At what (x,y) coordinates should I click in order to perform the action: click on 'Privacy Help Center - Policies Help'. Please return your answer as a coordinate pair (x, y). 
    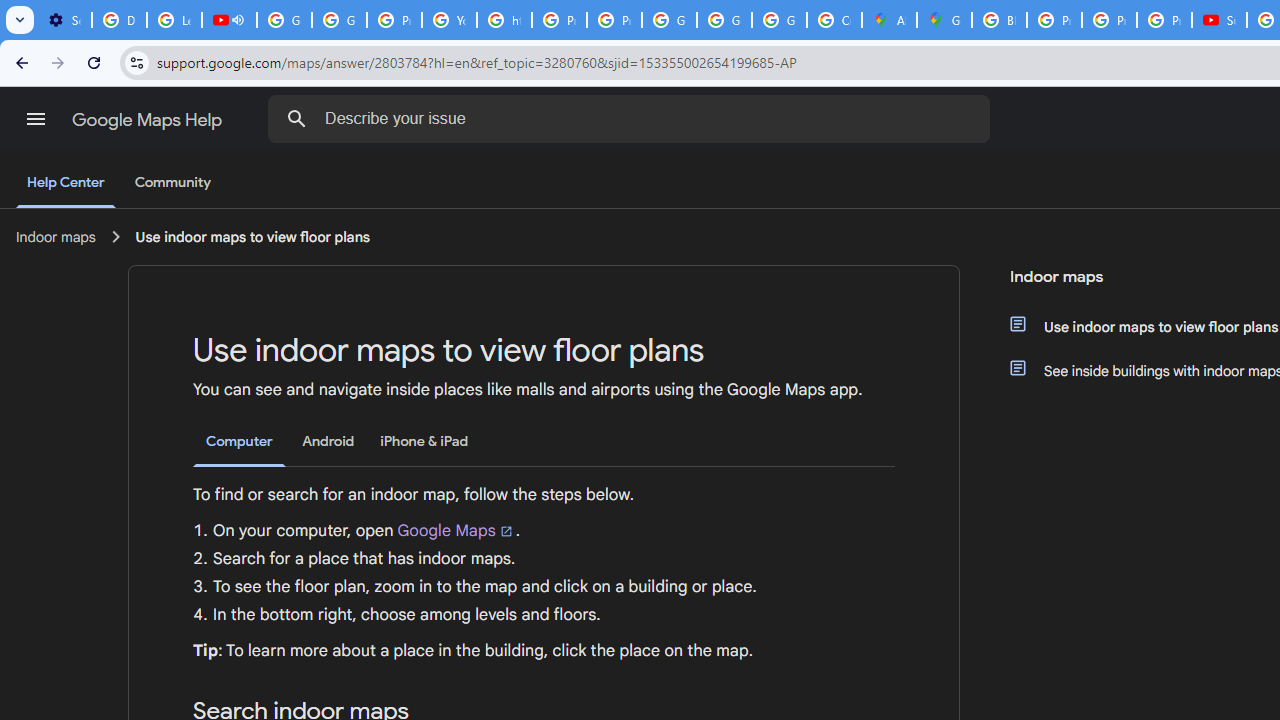
    Looking at the image, I should click on (1108, 20).